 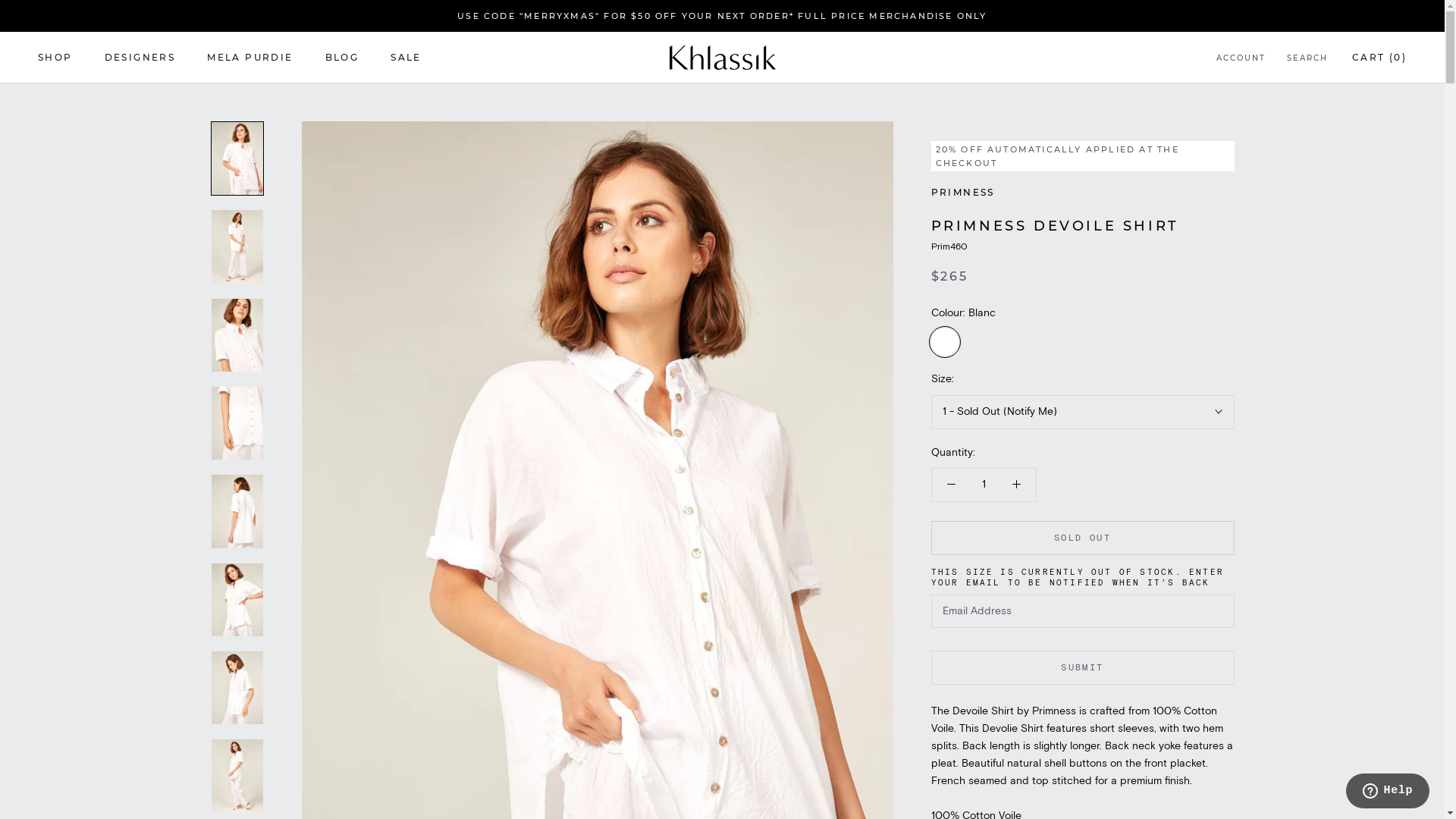 I want to click on 'SHOP, so click(x=55, y=56).